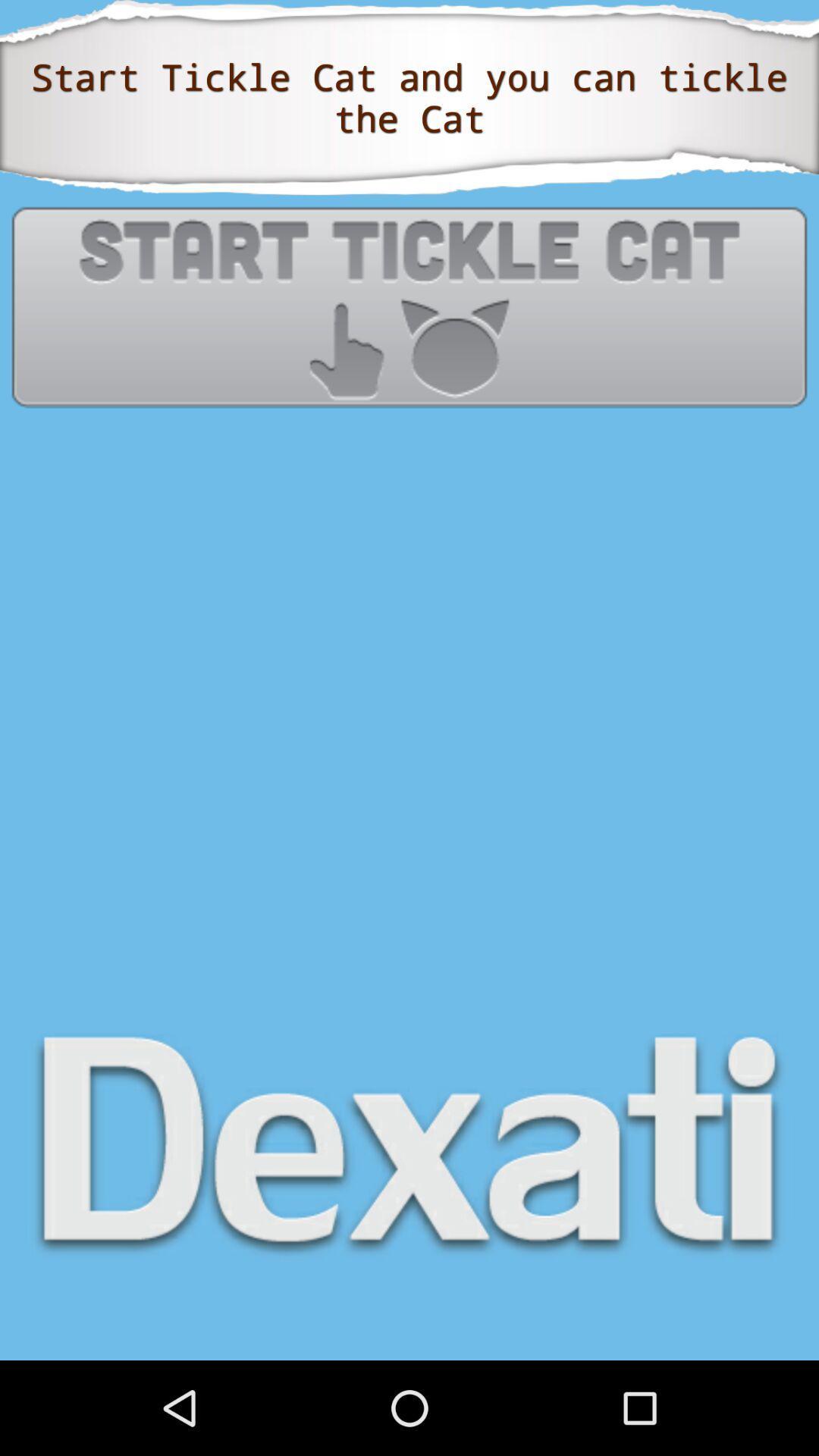 The width and height of the screenshot is (819, 1456). Describe the element at coordinates (409, 306) in the screenshot. I see `to start the app` at that location.